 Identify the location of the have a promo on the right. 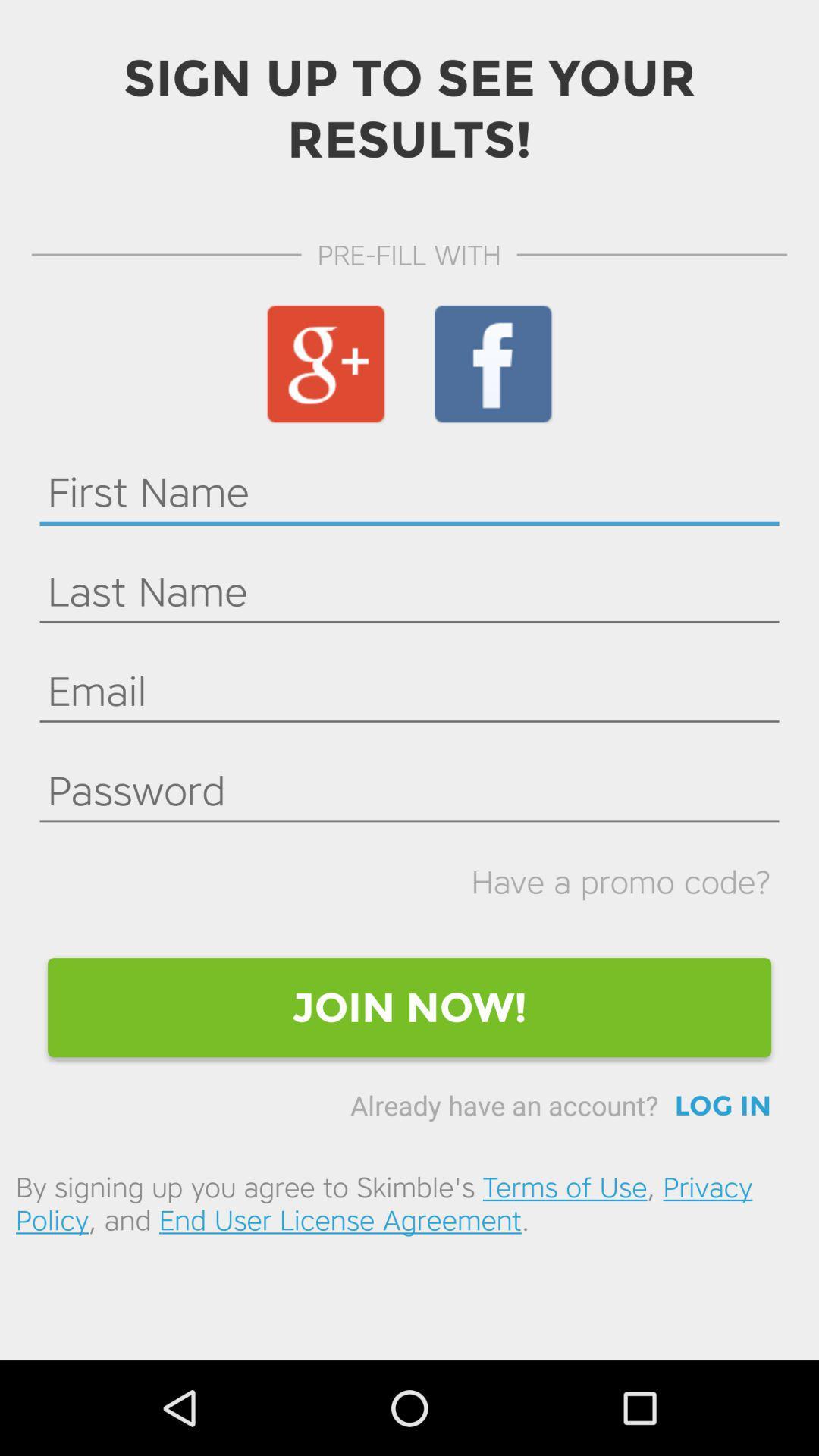
(621, 881).